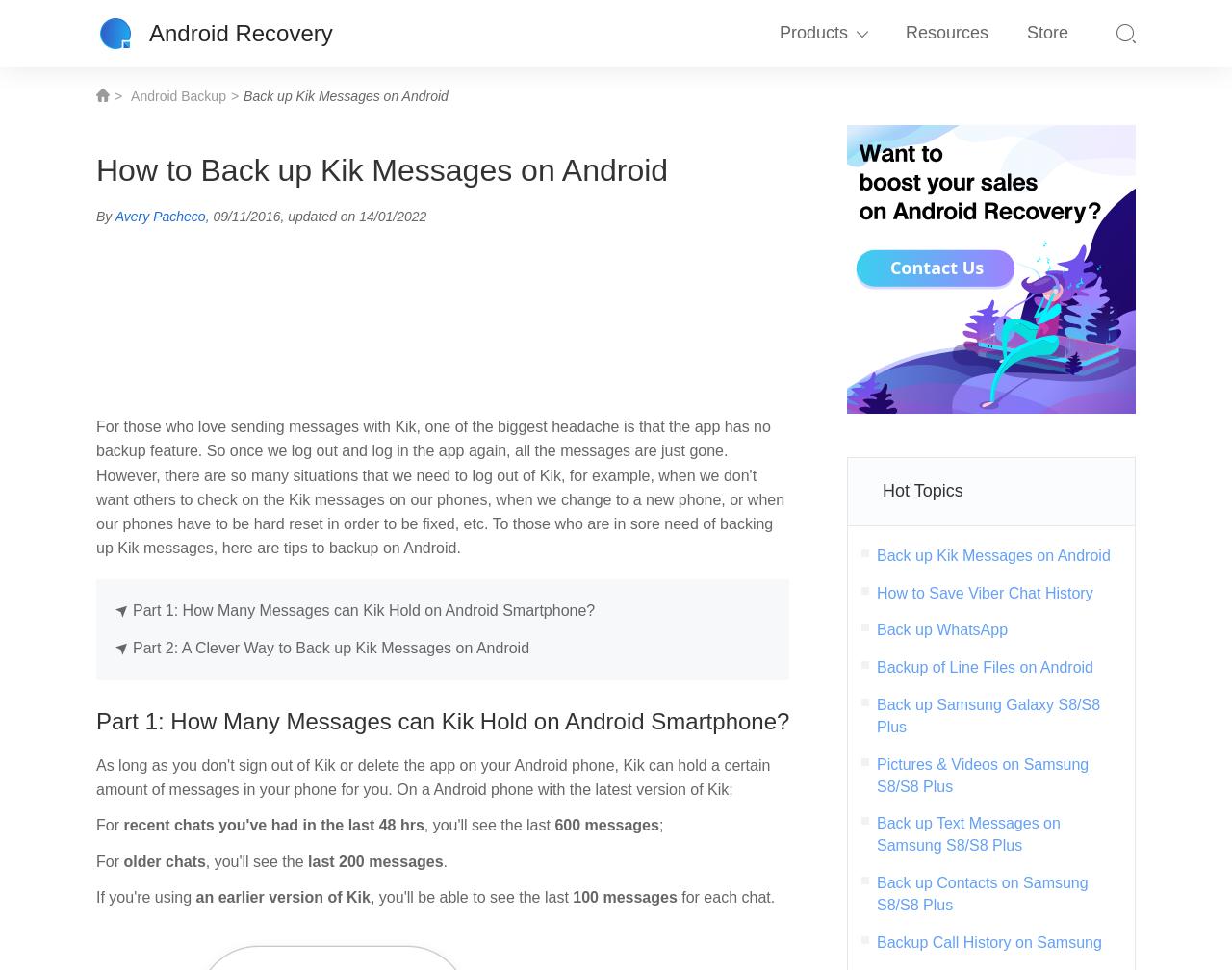  Describe the element at coordinates (493, 308) in the screenshot. I see `'iPhone Data
Recovery'` at that location.